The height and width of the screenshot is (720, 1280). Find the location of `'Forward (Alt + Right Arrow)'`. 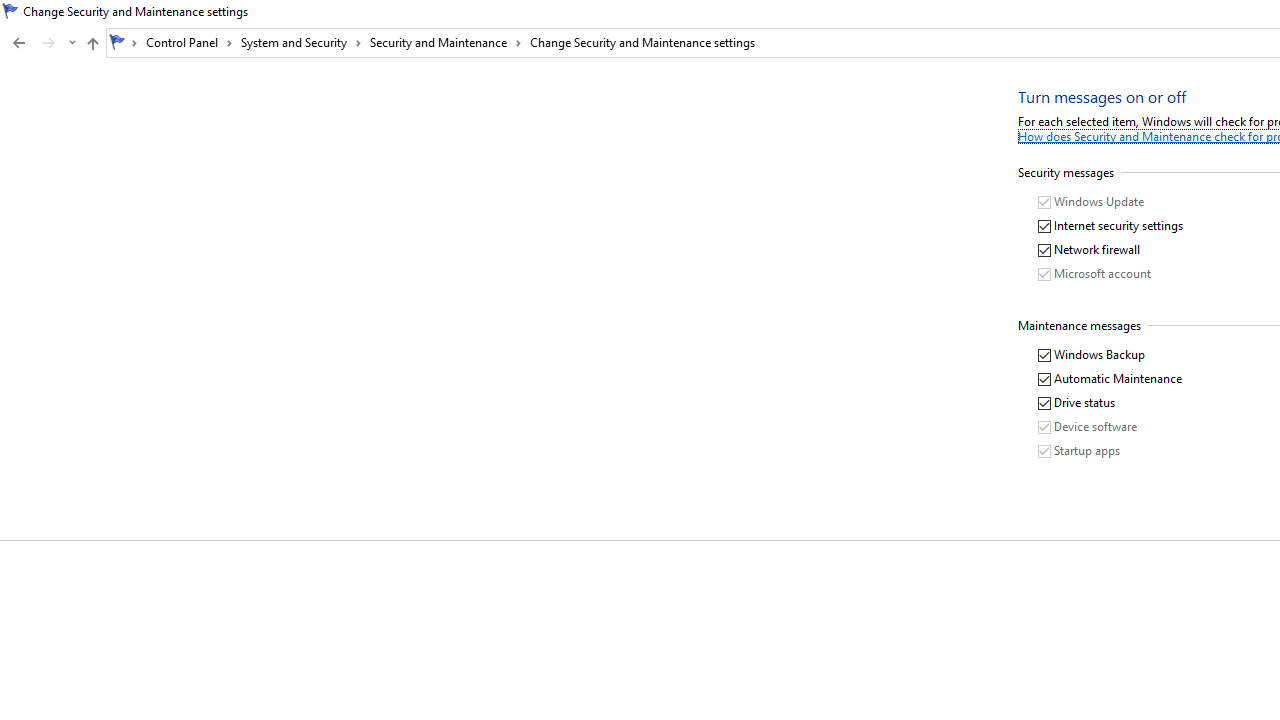

'Forward (Alt + Right Arrow)' is located at coordinates (49, 43).